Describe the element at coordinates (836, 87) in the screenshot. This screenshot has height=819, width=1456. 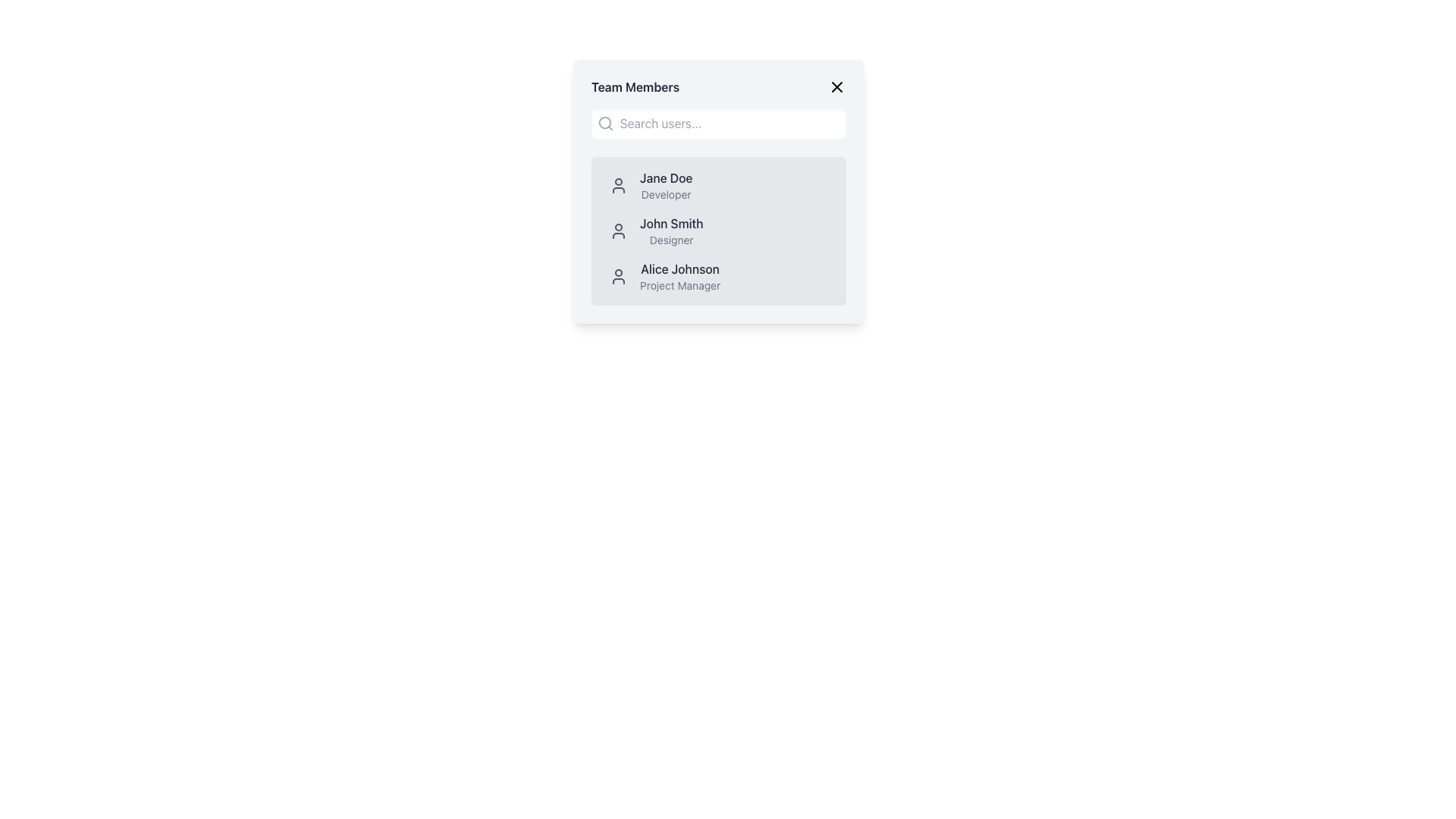
I see `the small black 'X' icon button located in the top-right corner of the 'Team Members' card` at that location.